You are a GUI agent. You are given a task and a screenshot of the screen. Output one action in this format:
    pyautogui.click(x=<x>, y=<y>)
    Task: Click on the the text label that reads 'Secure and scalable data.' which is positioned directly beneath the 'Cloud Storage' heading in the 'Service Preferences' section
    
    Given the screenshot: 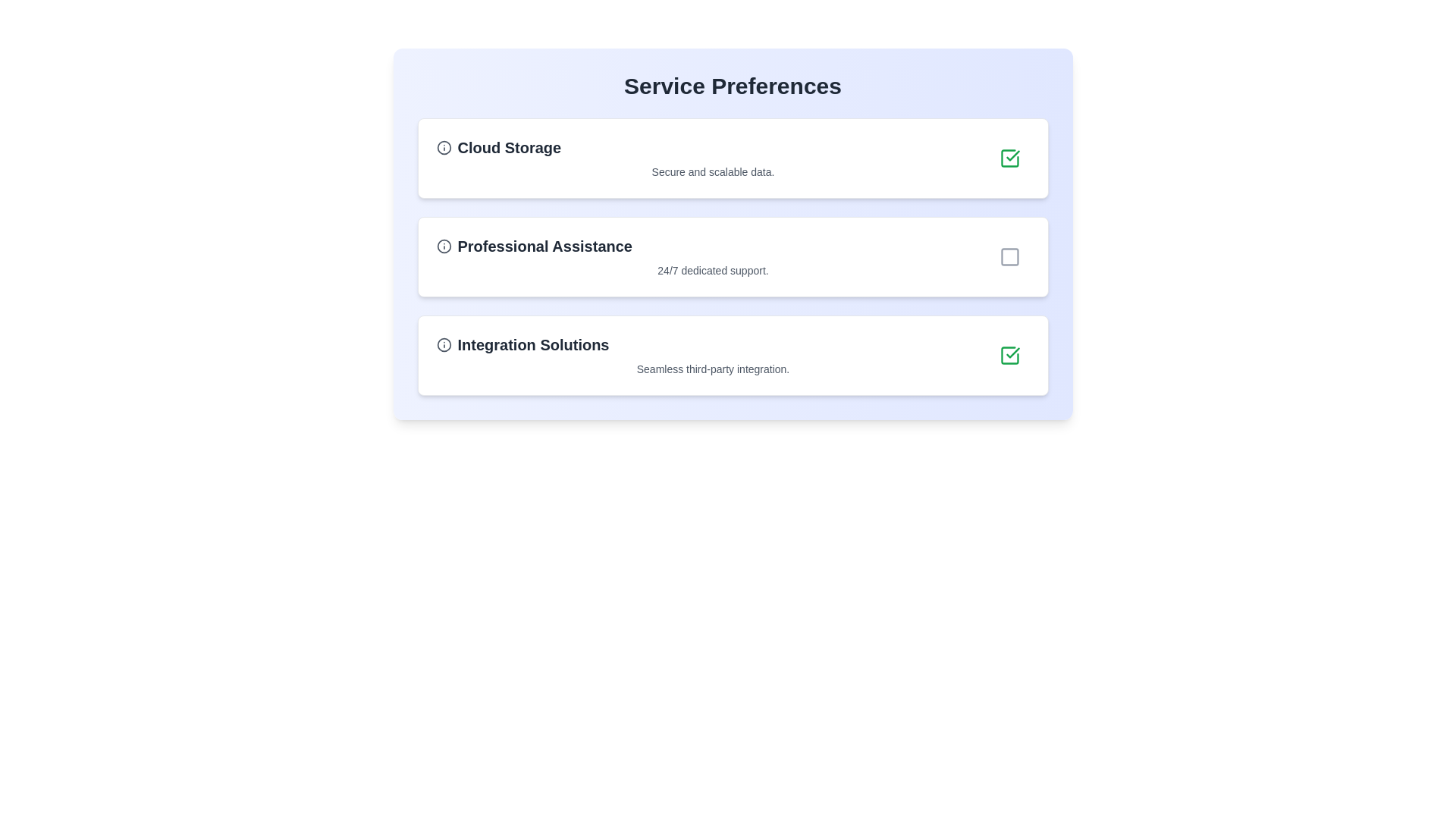 What is the action you would take?
    pyautogui.click(x=712, y=171)
    